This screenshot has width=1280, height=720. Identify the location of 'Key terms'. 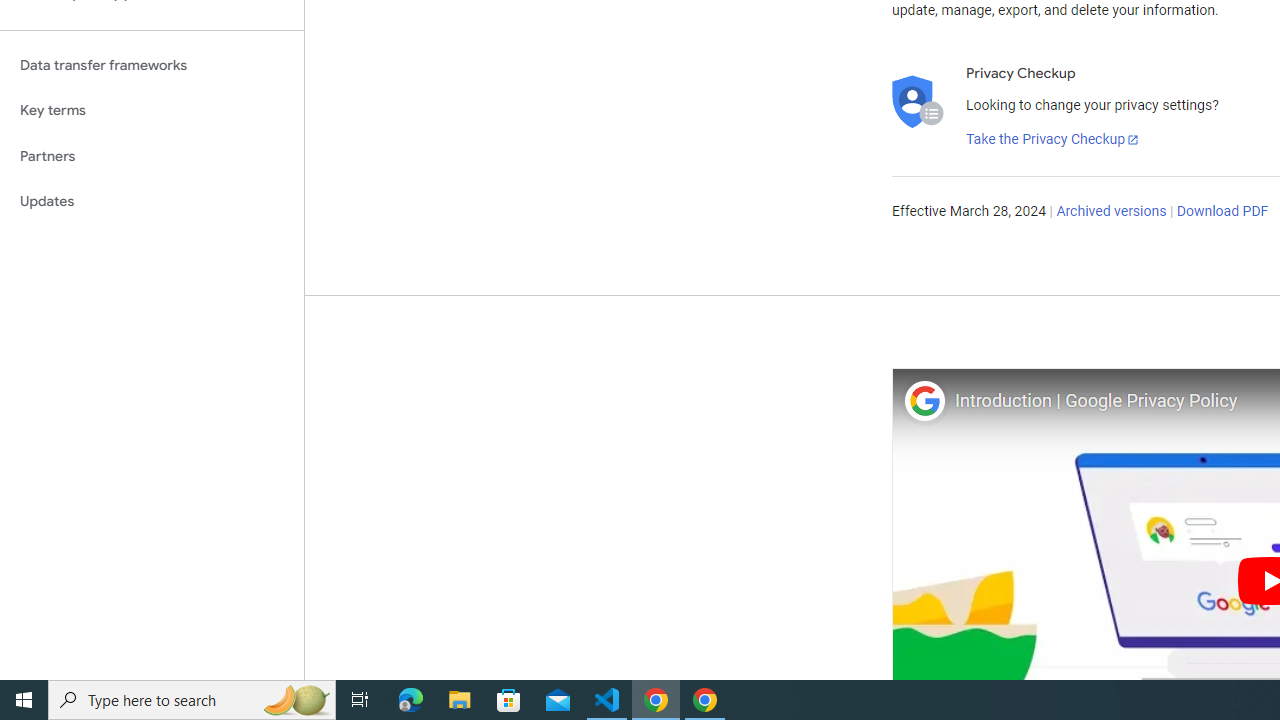
(151, 110).